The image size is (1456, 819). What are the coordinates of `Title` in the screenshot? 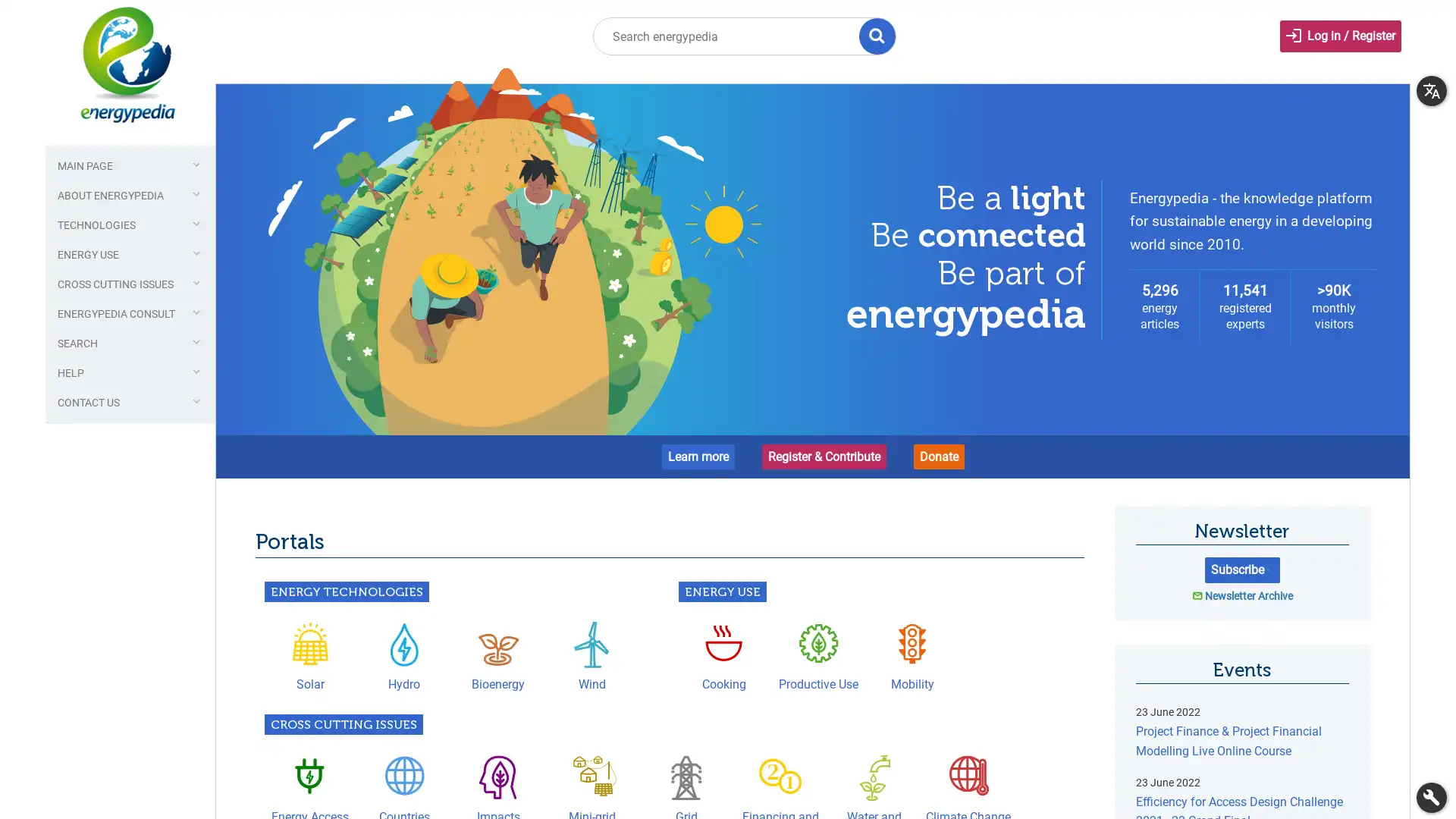 It's located at (877, 35).